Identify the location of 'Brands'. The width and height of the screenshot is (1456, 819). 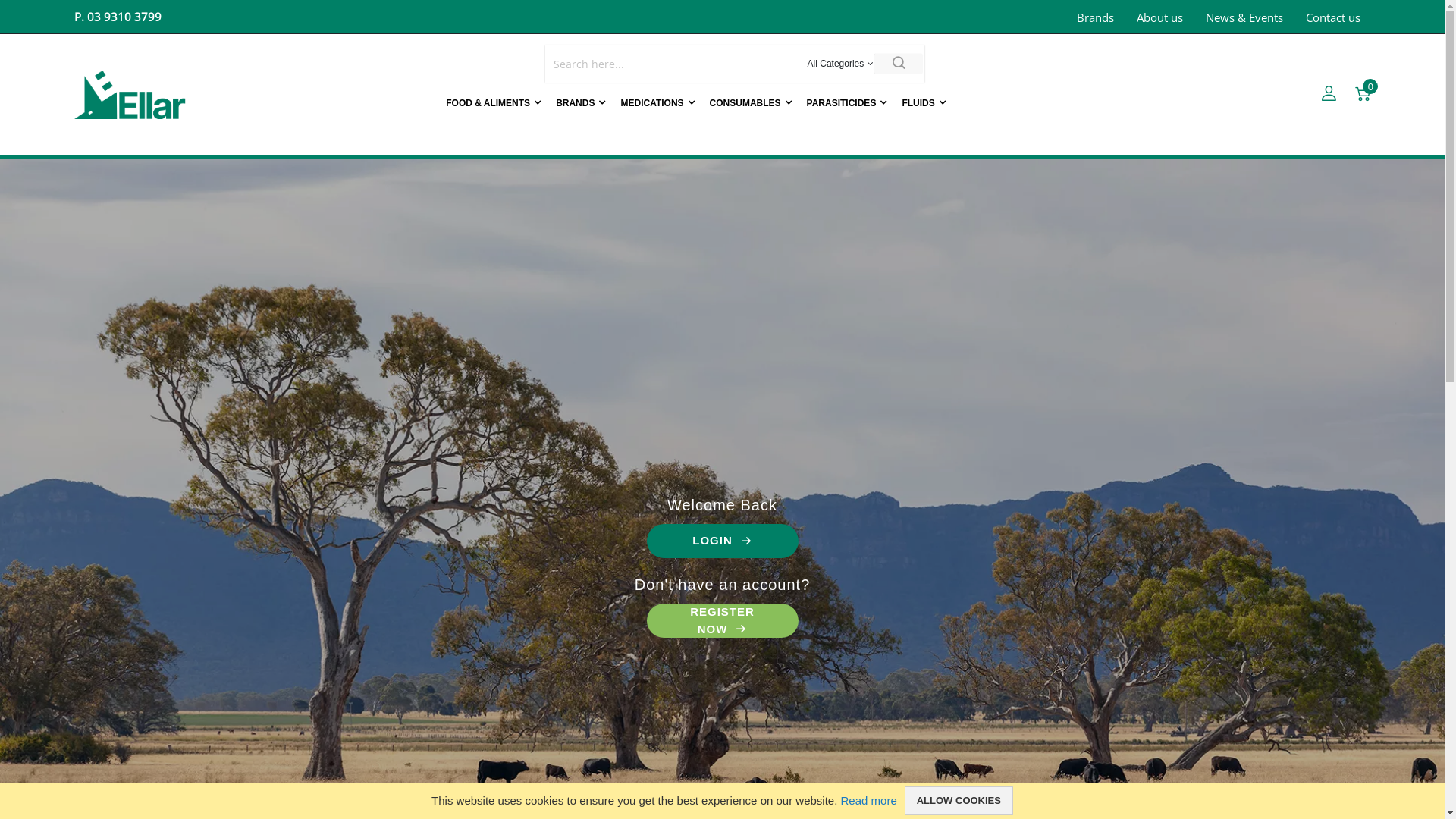
(1095, 17).